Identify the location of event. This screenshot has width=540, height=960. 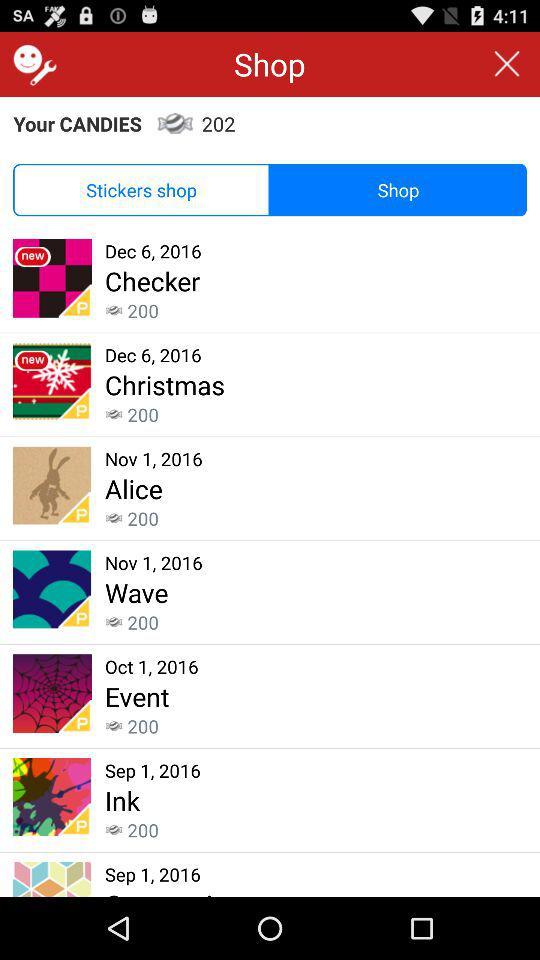
(136, 696).